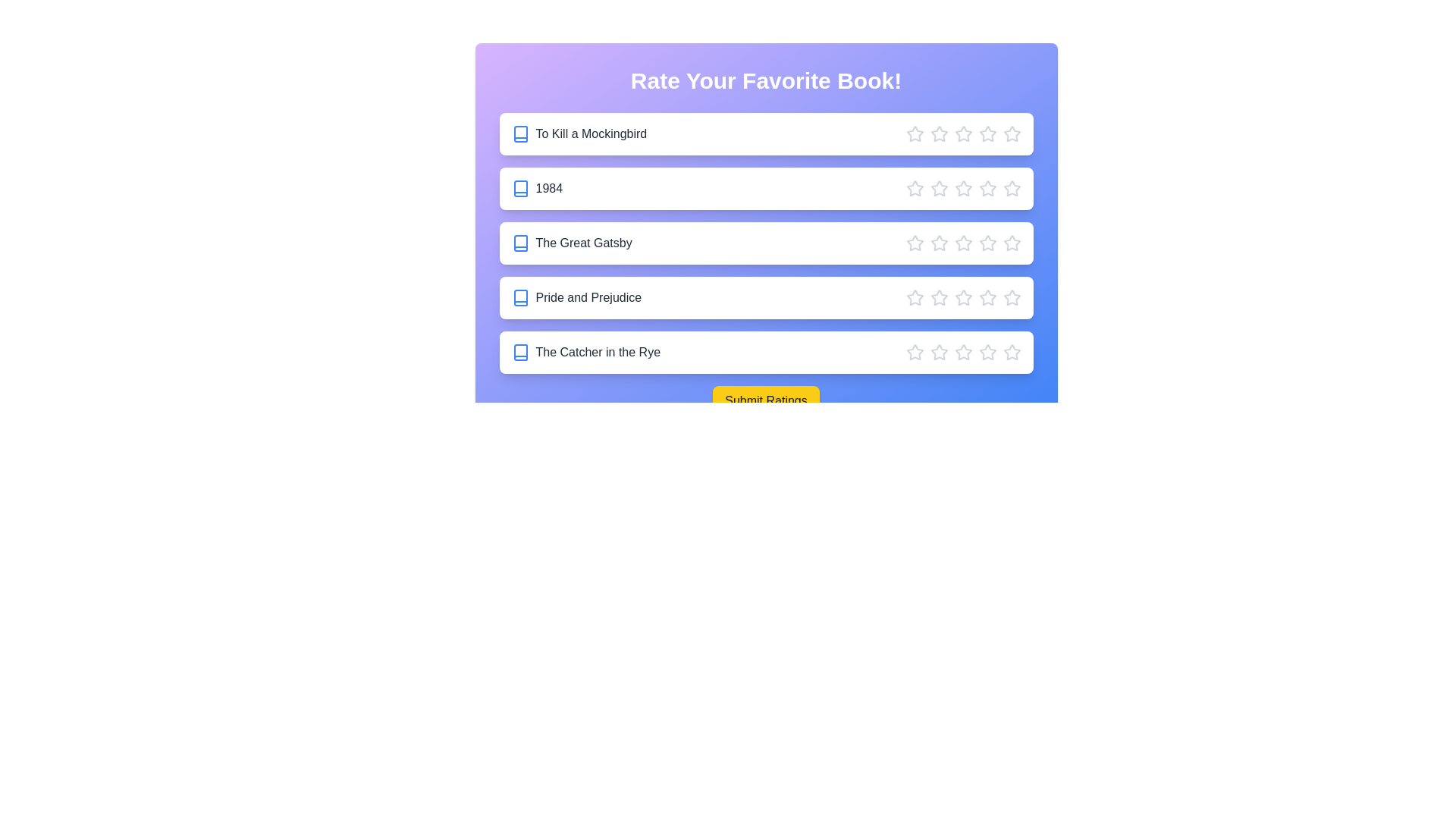 This screenshot has height=819, width=1456. Describe the element at coordinates (914, 298) in the screenshot. I see `the star corresponding to 1 stars for the book 'Pride and Prejudice'` at that location.